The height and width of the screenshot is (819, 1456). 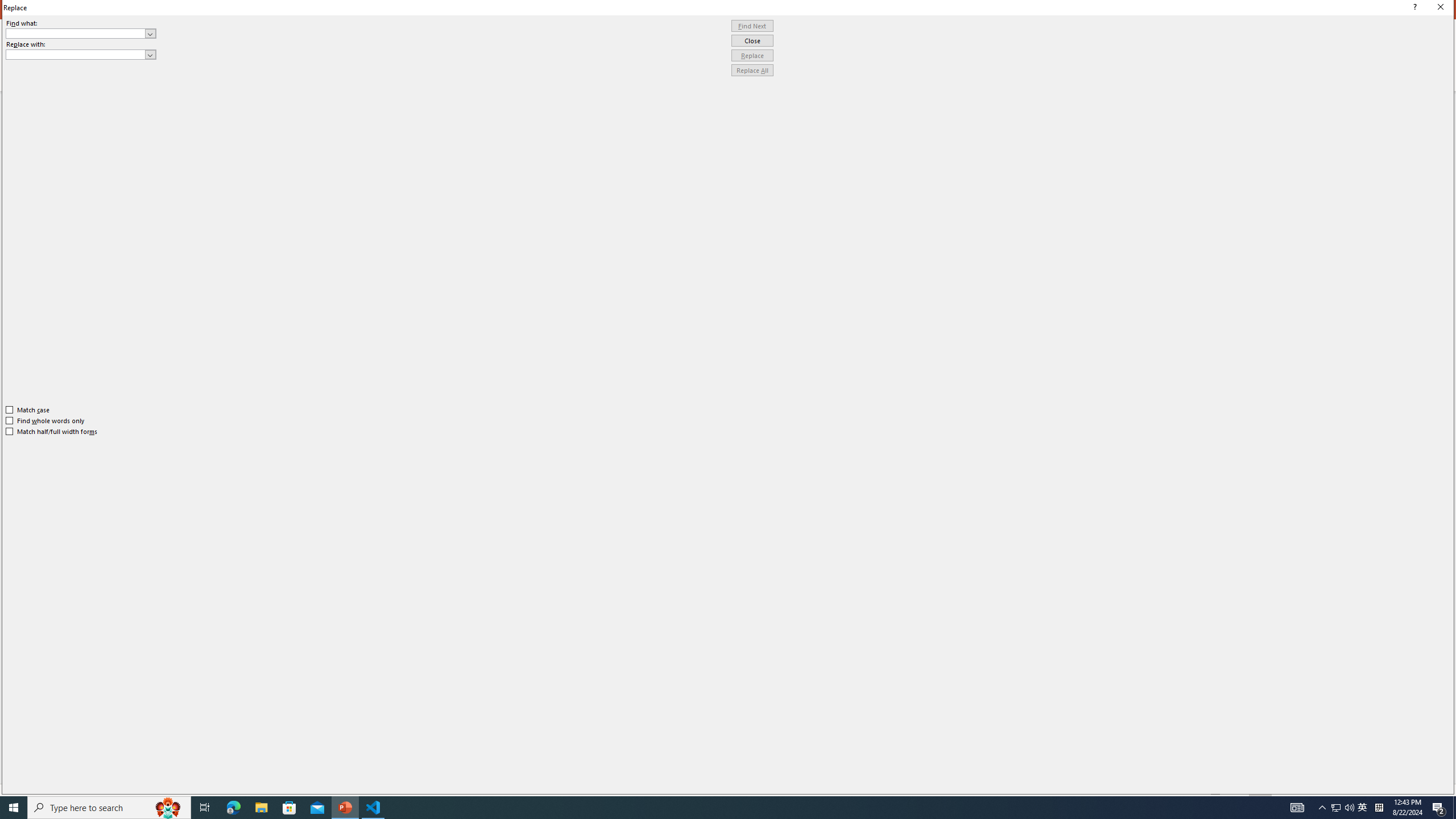 What do you see at coordinates (752, 55) in the screenshot?
I see `'Replace'` at bounding box center [752, 55].